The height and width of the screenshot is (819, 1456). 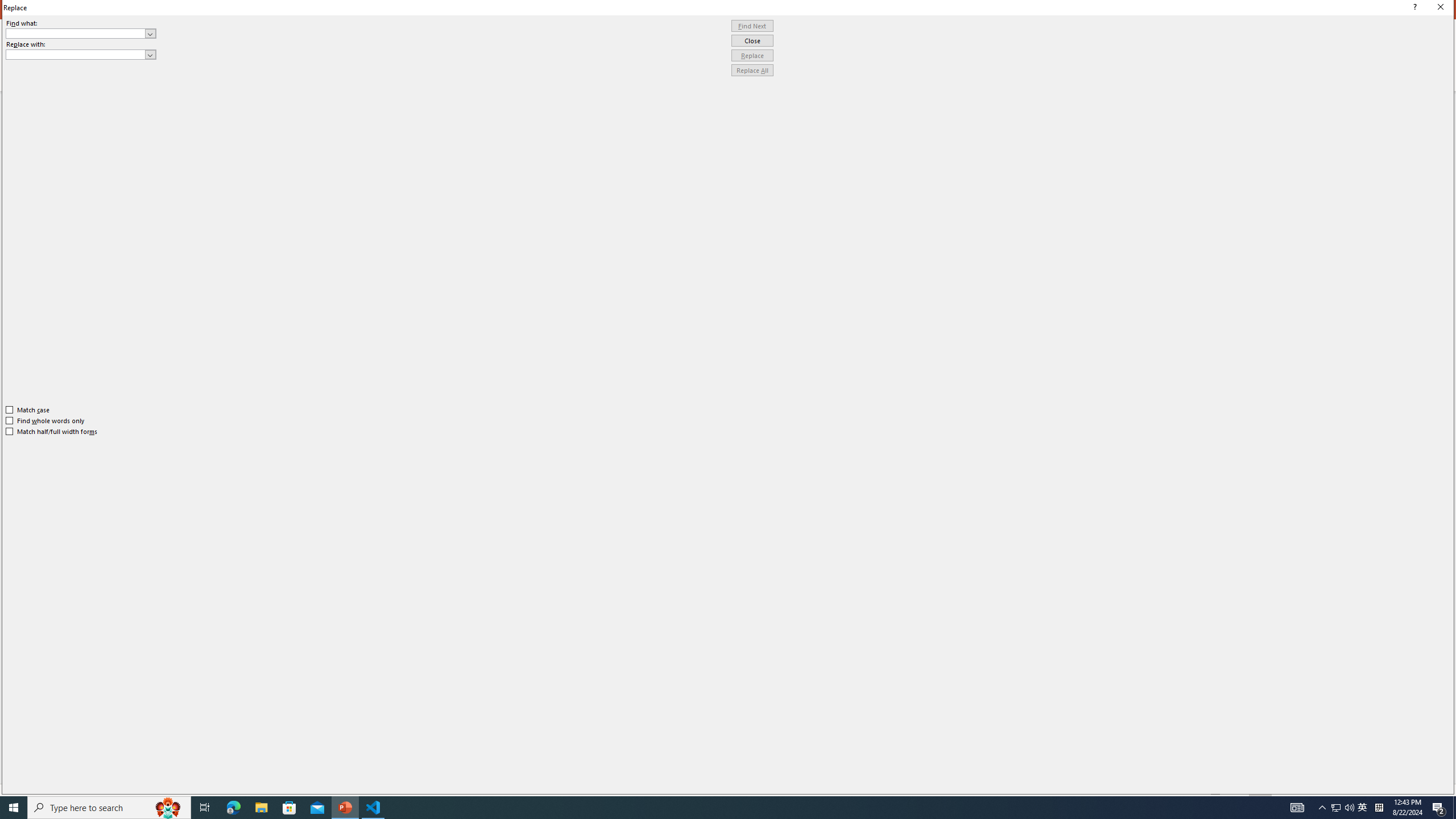 What do you see at coordinates (752, 55) in the screenshot?
I see `'Replace'` at bounding box center [752, 55].